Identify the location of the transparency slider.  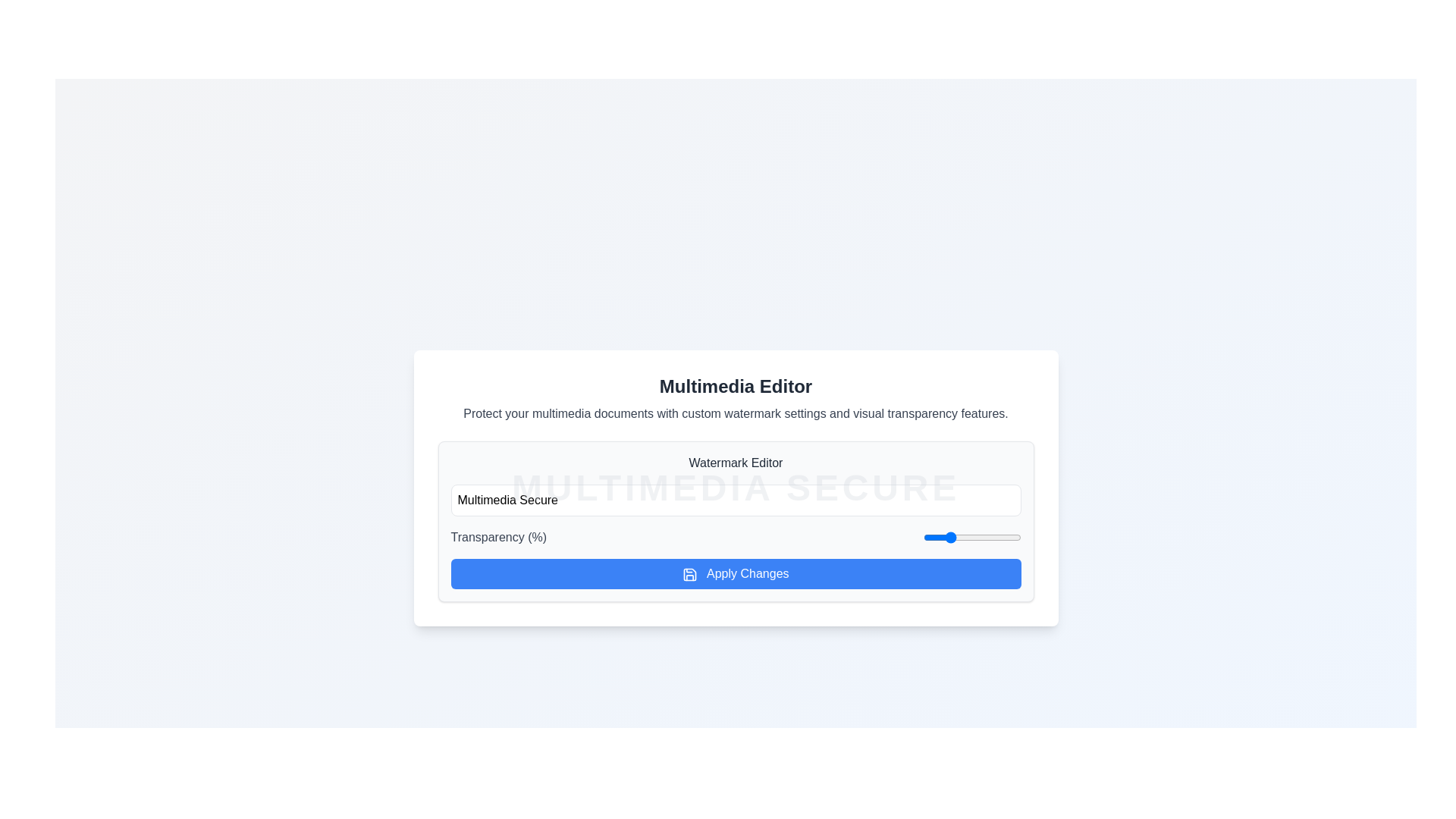
(978, 537).